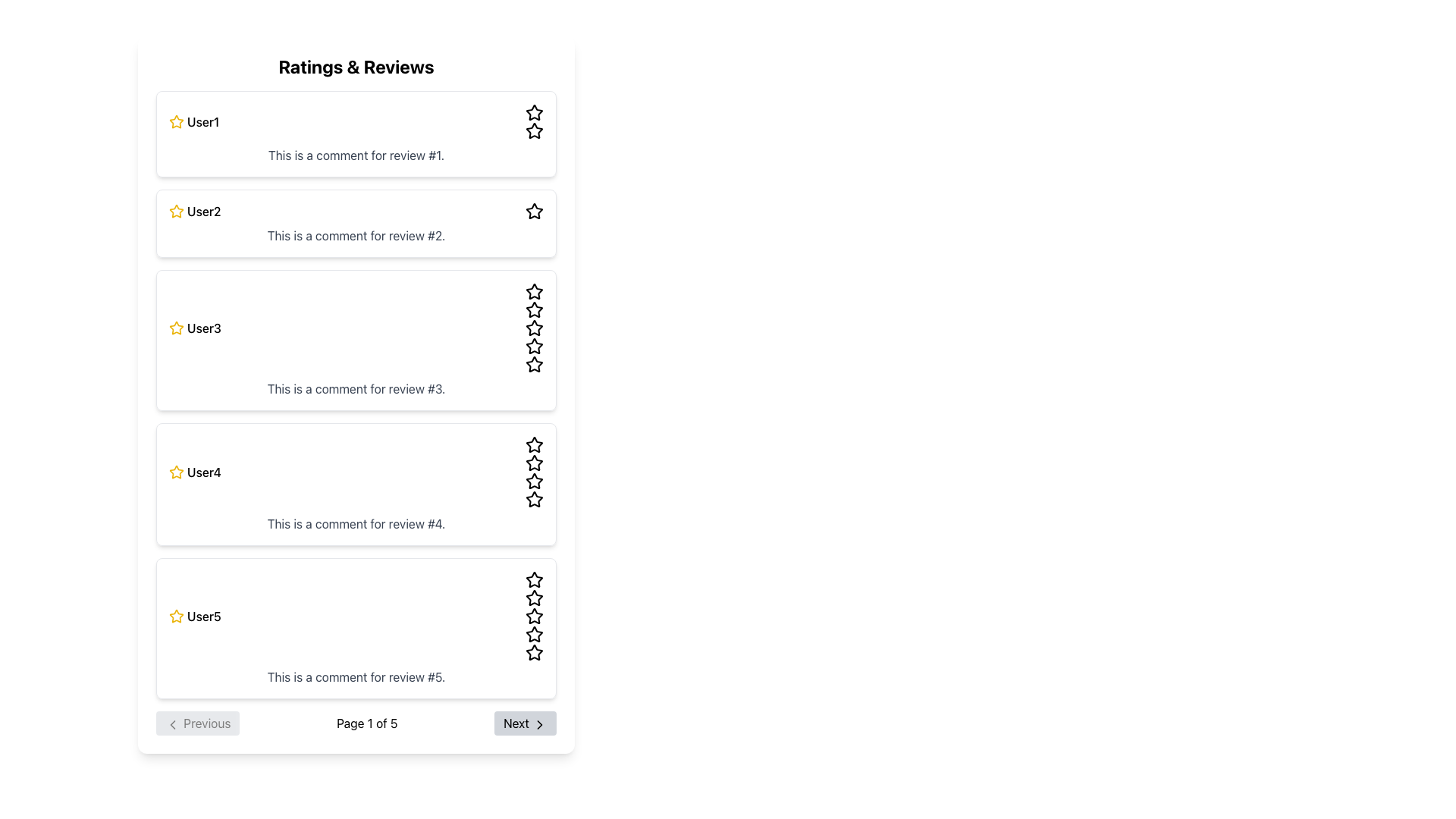 This screenshot has height=819, width=1456. I want to click on the fifth star icon in the 5-star rating widget associated with User4's review card, so click(535, 482).